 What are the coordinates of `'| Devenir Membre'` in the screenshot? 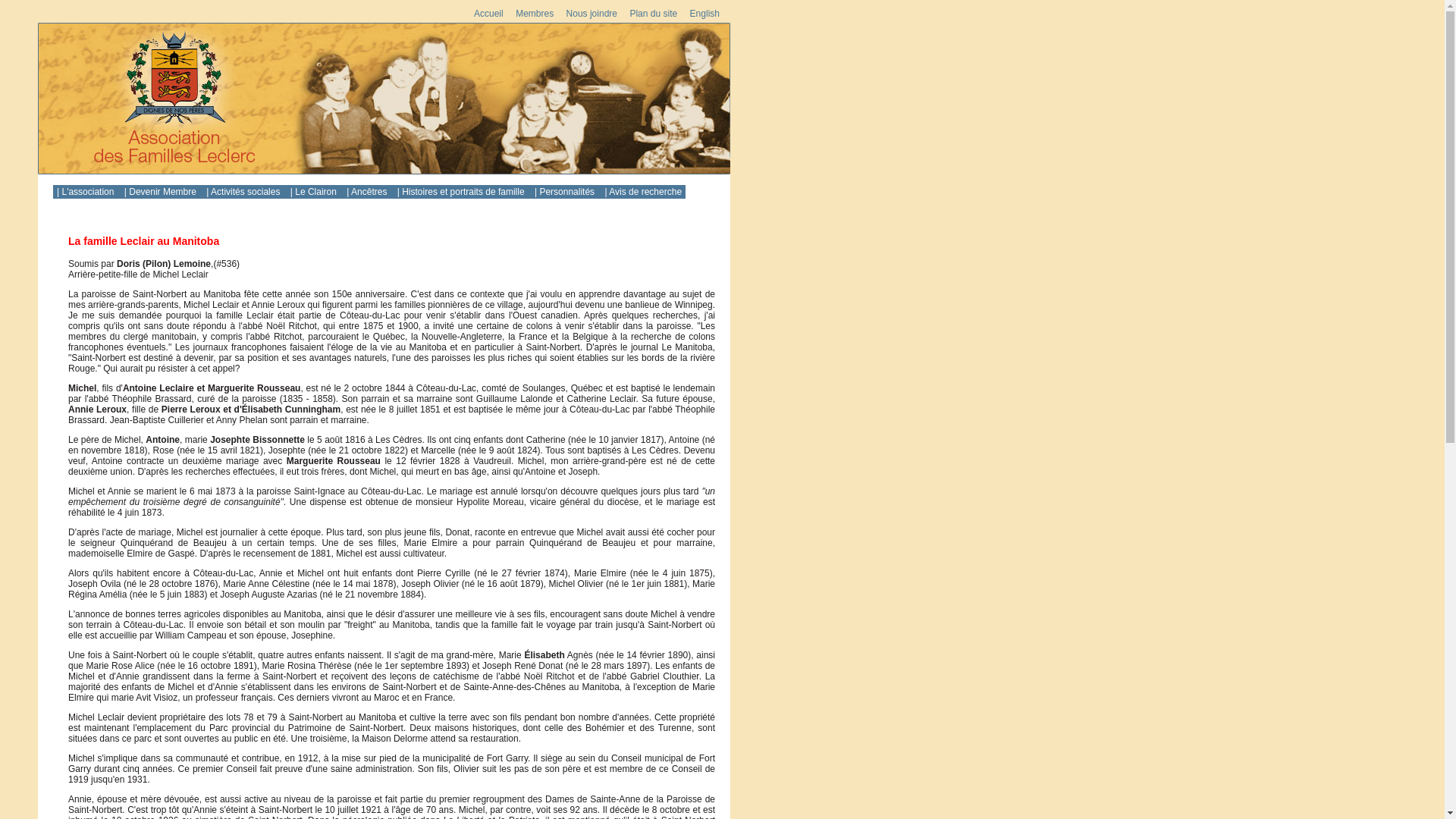 It's located at (161, 191).